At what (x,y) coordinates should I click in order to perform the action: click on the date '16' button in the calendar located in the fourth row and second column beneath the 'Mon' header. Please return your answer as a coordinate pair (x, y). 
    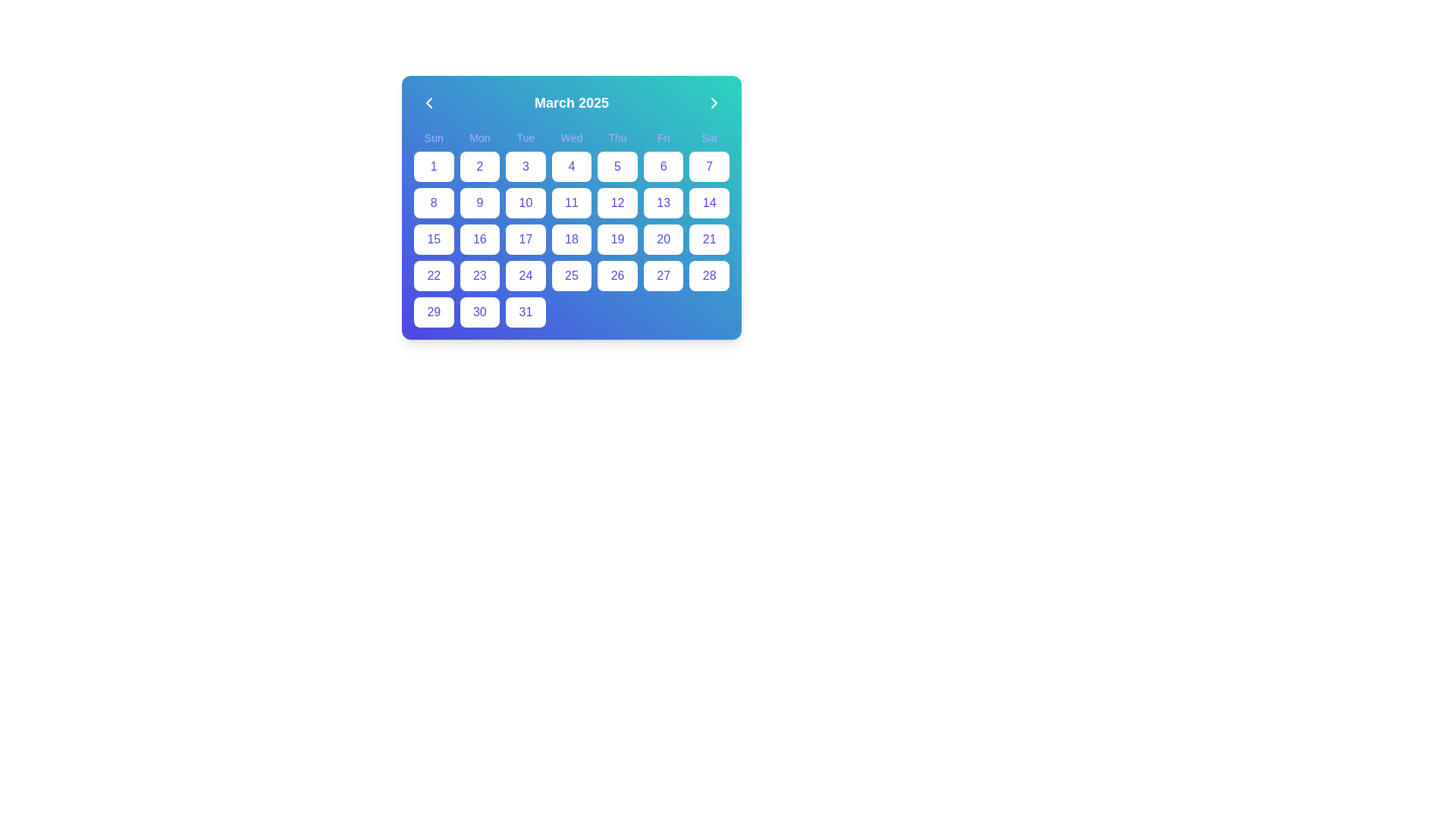
    Looking at the image, I should click on (479, 239).